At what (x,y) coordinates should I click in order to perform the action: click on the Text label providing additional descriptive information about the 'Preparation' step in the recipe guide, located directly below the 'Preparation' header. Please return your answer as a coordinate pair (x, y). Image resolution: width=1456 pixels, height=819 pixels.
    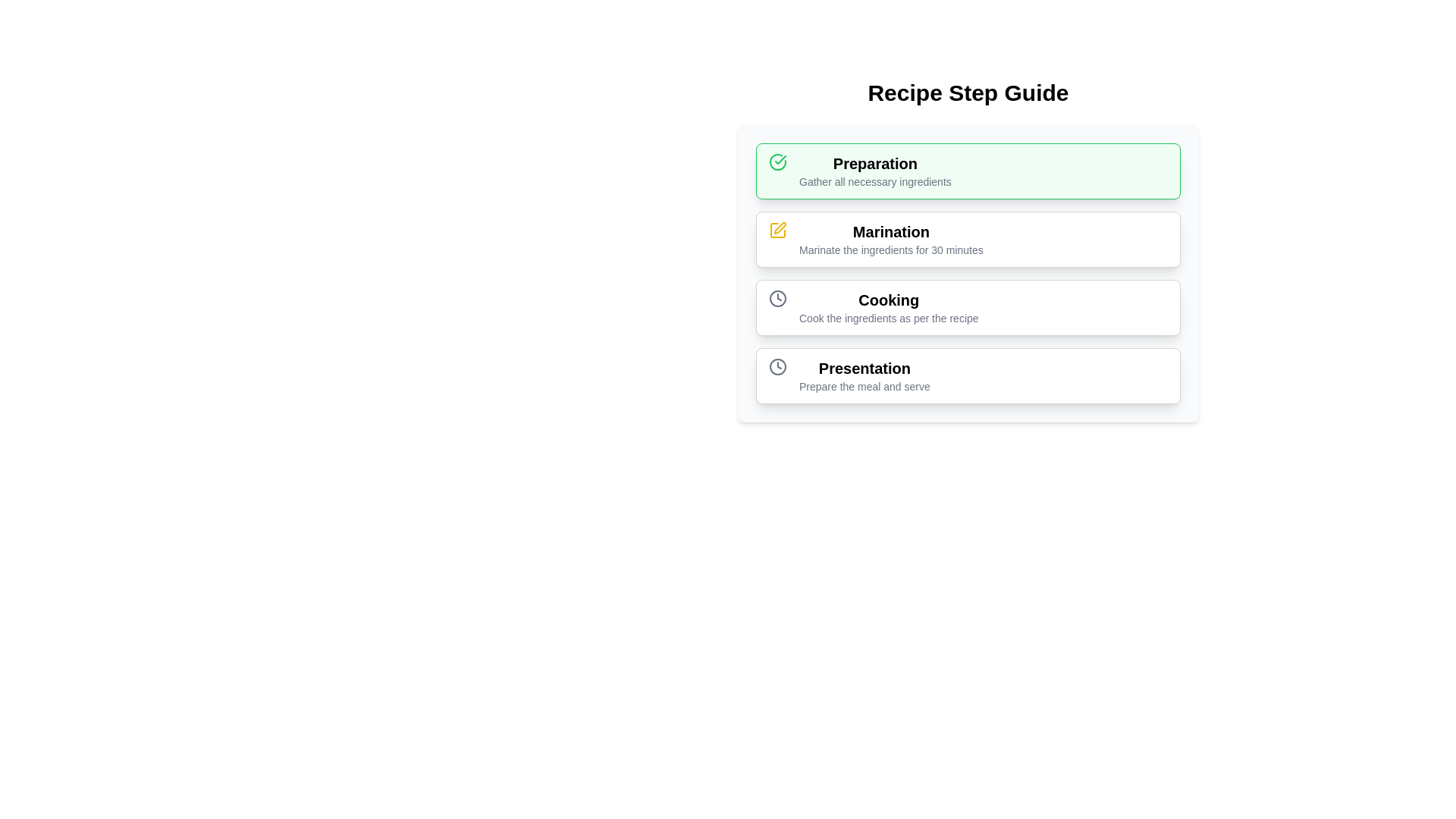
    Looking at the image, I should click on (875, 180).